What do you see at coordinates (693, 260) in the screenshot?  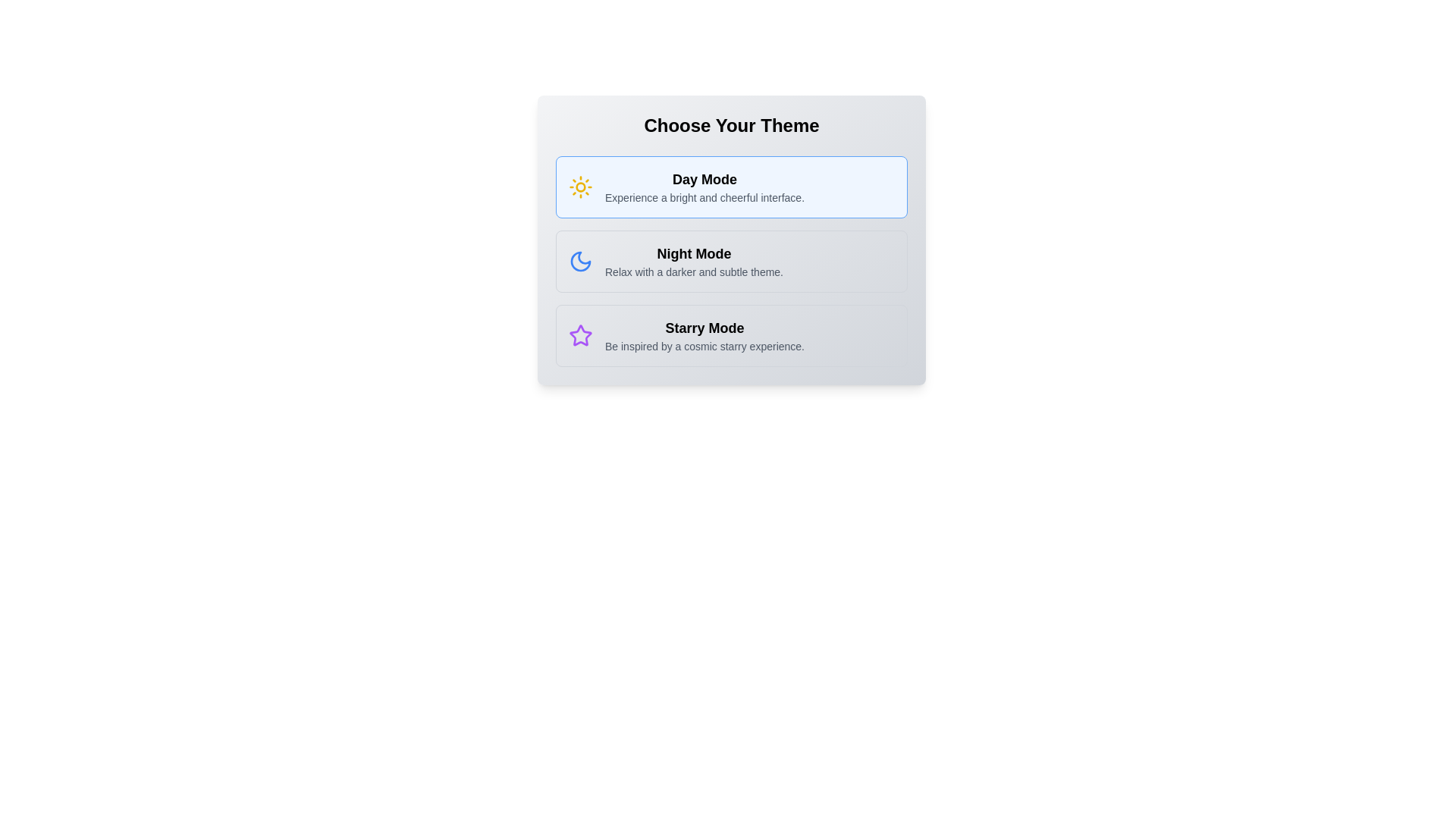 I see `the 'Night Mode' text block in the theme selection modal` at bounding box center [693, 260].